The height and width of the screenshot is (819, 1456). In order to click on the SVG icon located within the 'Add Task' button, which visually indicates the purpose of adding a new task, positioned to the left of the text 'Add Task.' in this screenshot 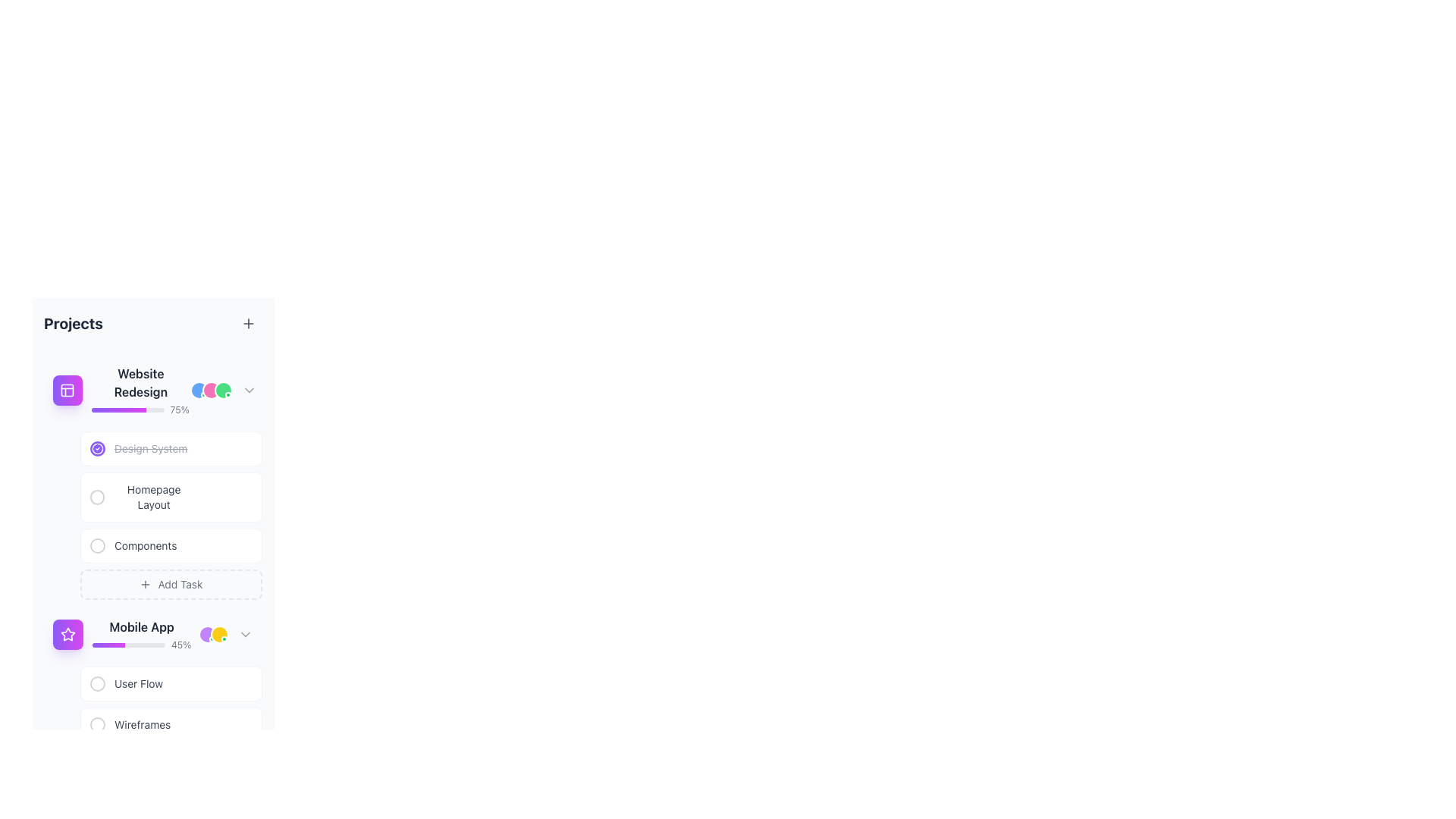, I will do `click(146, 584)`.